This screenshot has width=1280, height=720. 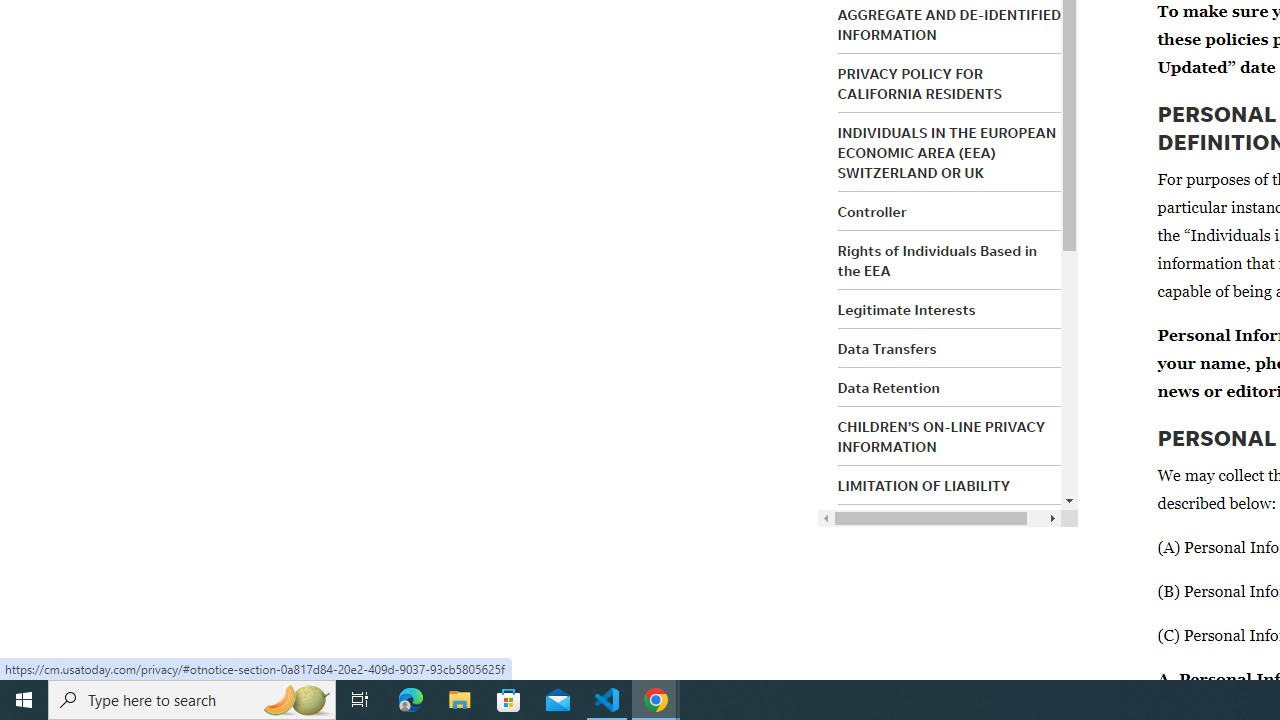 What do you see at coordinates (886, 347) in the screenshot?
I see `'Data Transfers'` at bounding box center [886, 347].